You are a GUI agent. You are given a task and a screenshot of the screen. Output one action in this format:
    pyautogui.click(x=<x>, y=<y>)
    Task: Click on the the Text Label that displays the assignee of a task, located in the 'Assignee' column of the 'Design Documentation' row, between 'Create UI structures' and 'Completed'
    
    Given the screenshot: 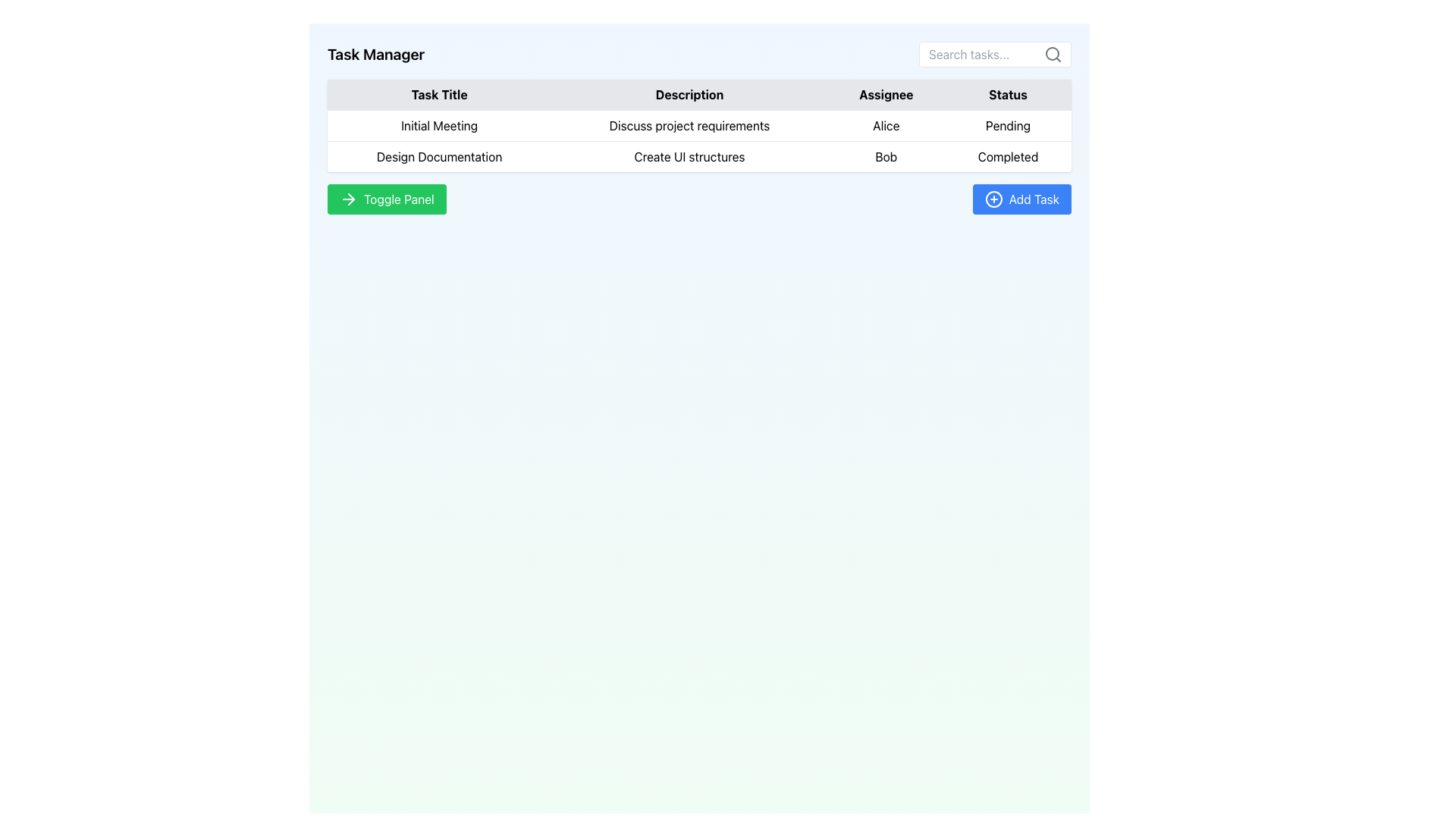 What is the action you would take?
    pyautogui.click(x=886, y=156)
    